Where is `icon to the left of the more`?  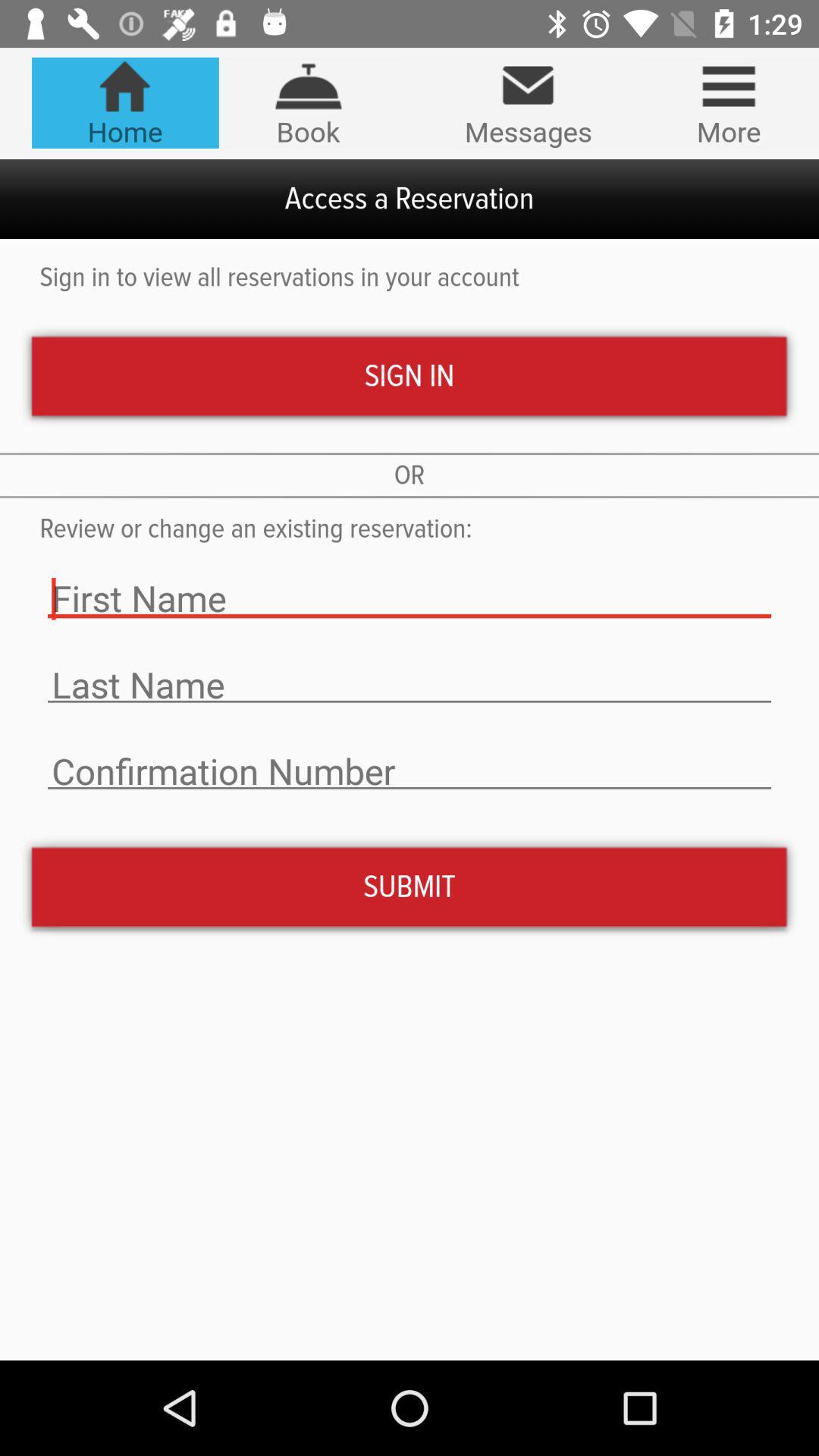 icon to the left of the more is located at coordinates (527, 102).